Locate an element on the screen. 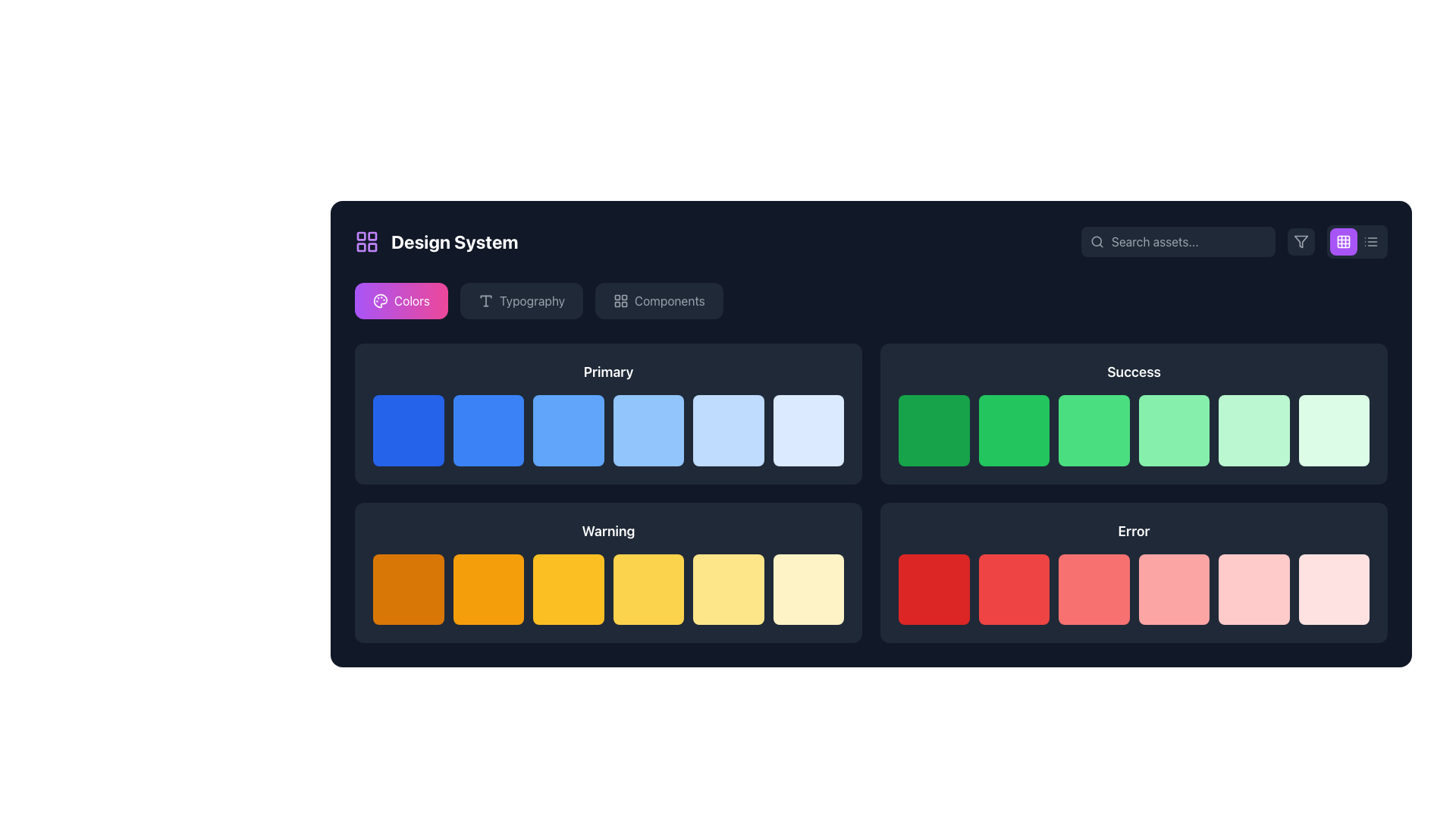 The image size is (1456, 819). the small rectangular shape with rounded corners, styled in red, located centrally within the first red square of the 'Error' color palette in the bottom-right section of the interface is located at coordinates (935, 590).